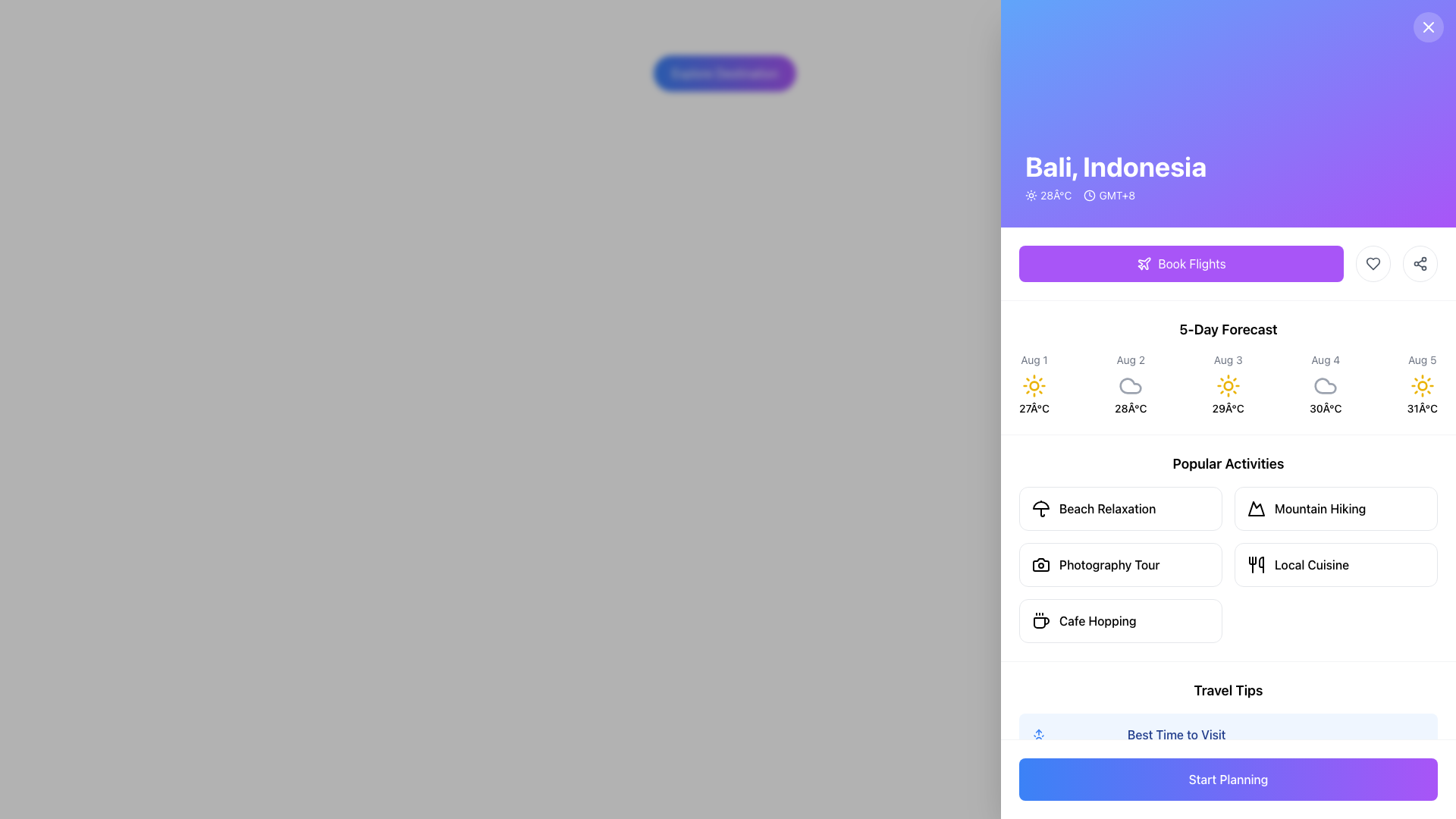 The height and width of the screenshot is (819, 1456). I want to click on the sunny weather icon located to the left of the temperature text '28°C' in the upper section of the interface, beside the location information about Bali, Indonesia, so click(1031, 195).